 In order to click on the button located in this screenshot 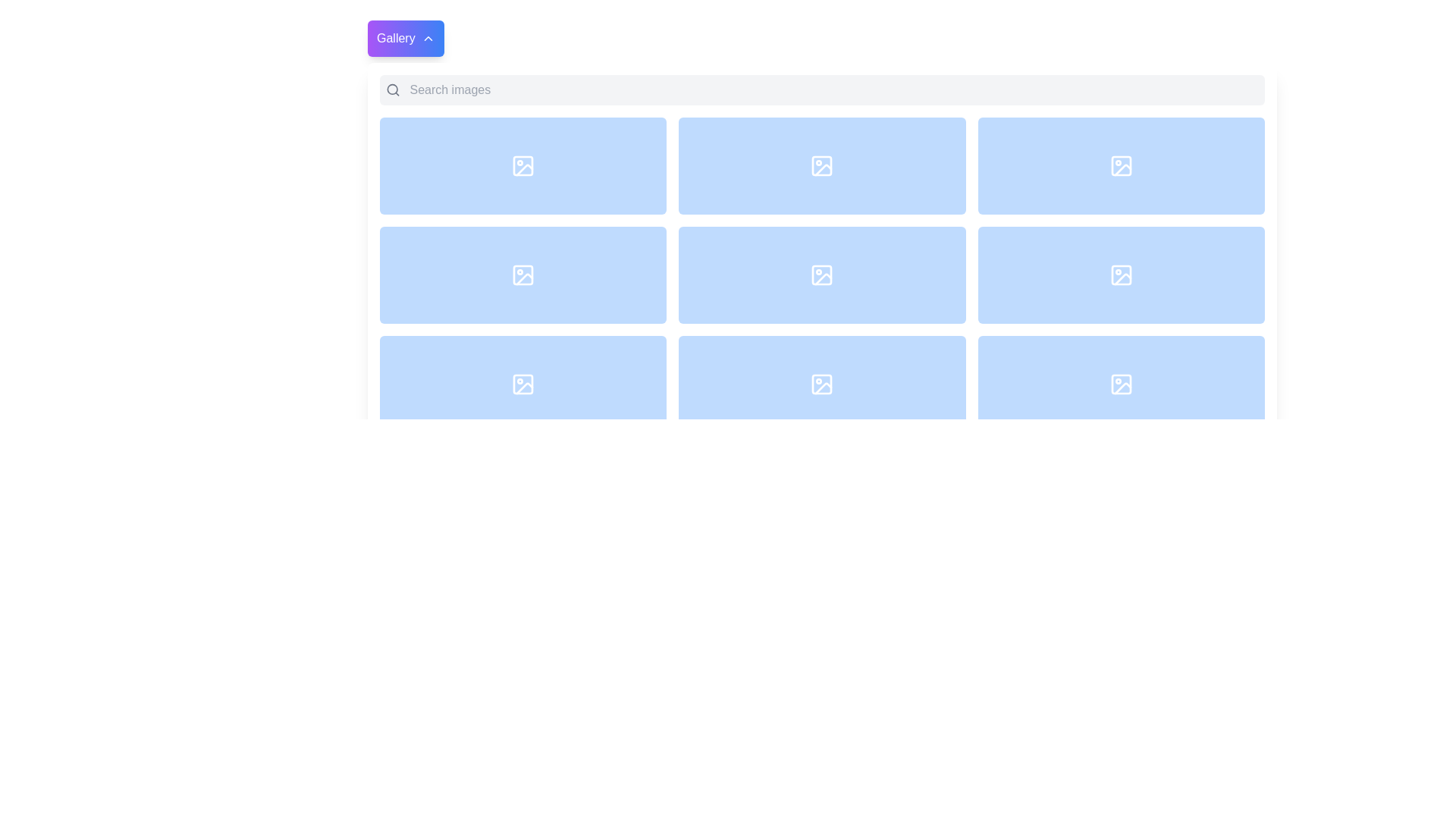, I will do `click(1121, 166)`.